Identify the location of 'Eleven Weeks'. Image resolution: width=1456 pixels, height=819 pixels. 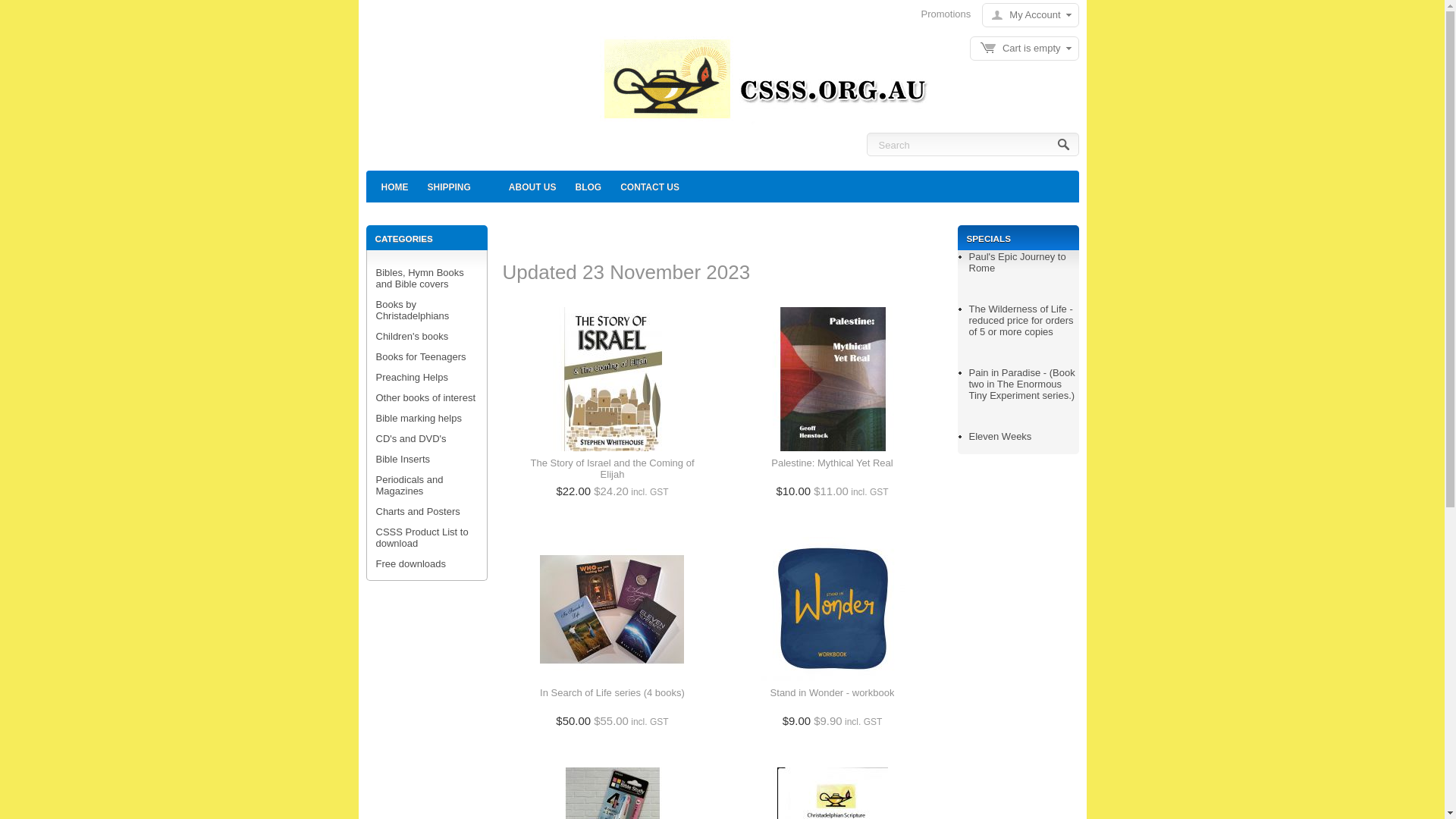
(1000, 436).